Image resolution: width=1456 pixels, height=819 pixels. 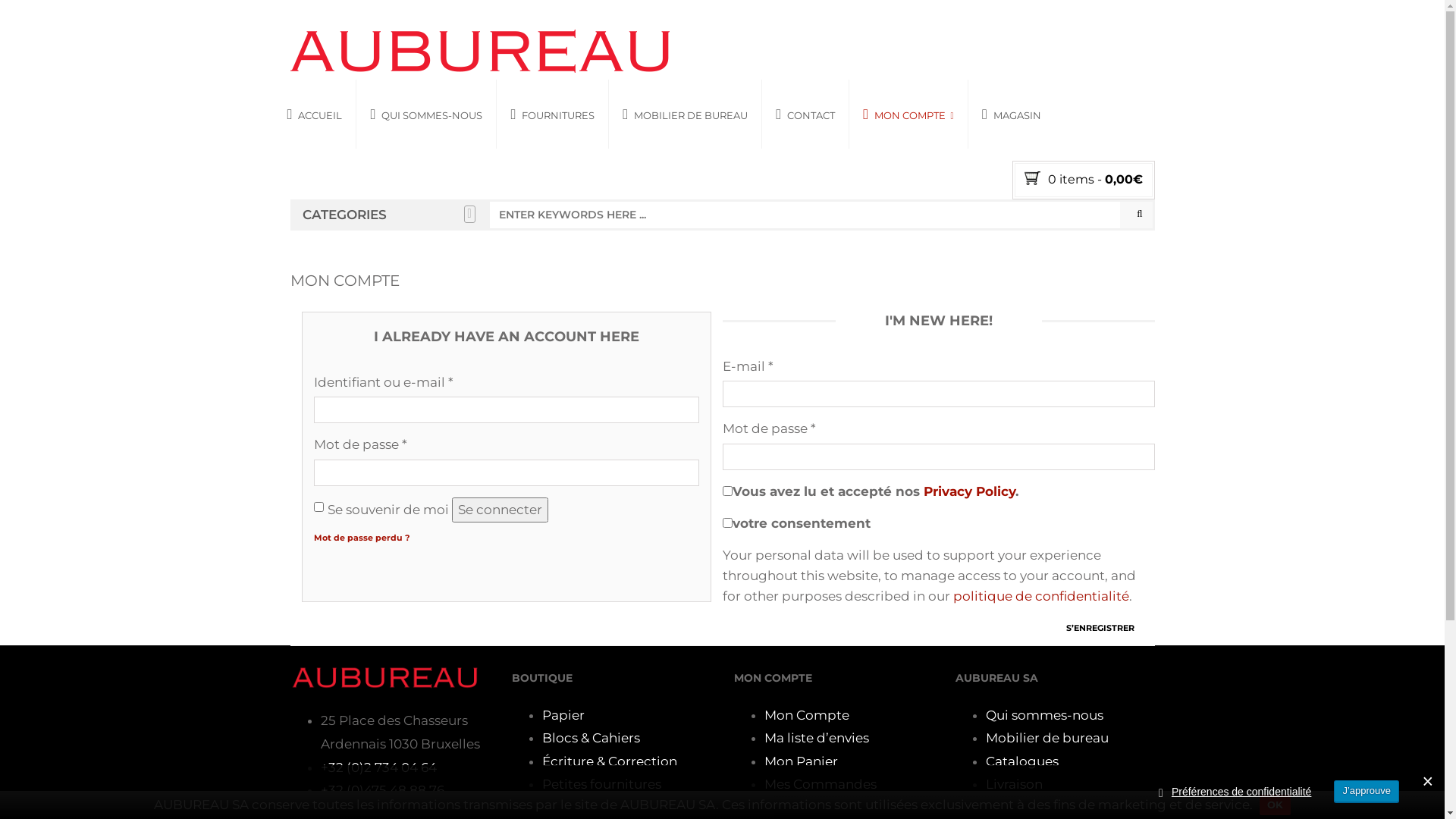 What do you see at coordinates (378, 767) in the screenshot?
I see `'+32 (0)2 734 04 64'` at bounding box center [378, 767].